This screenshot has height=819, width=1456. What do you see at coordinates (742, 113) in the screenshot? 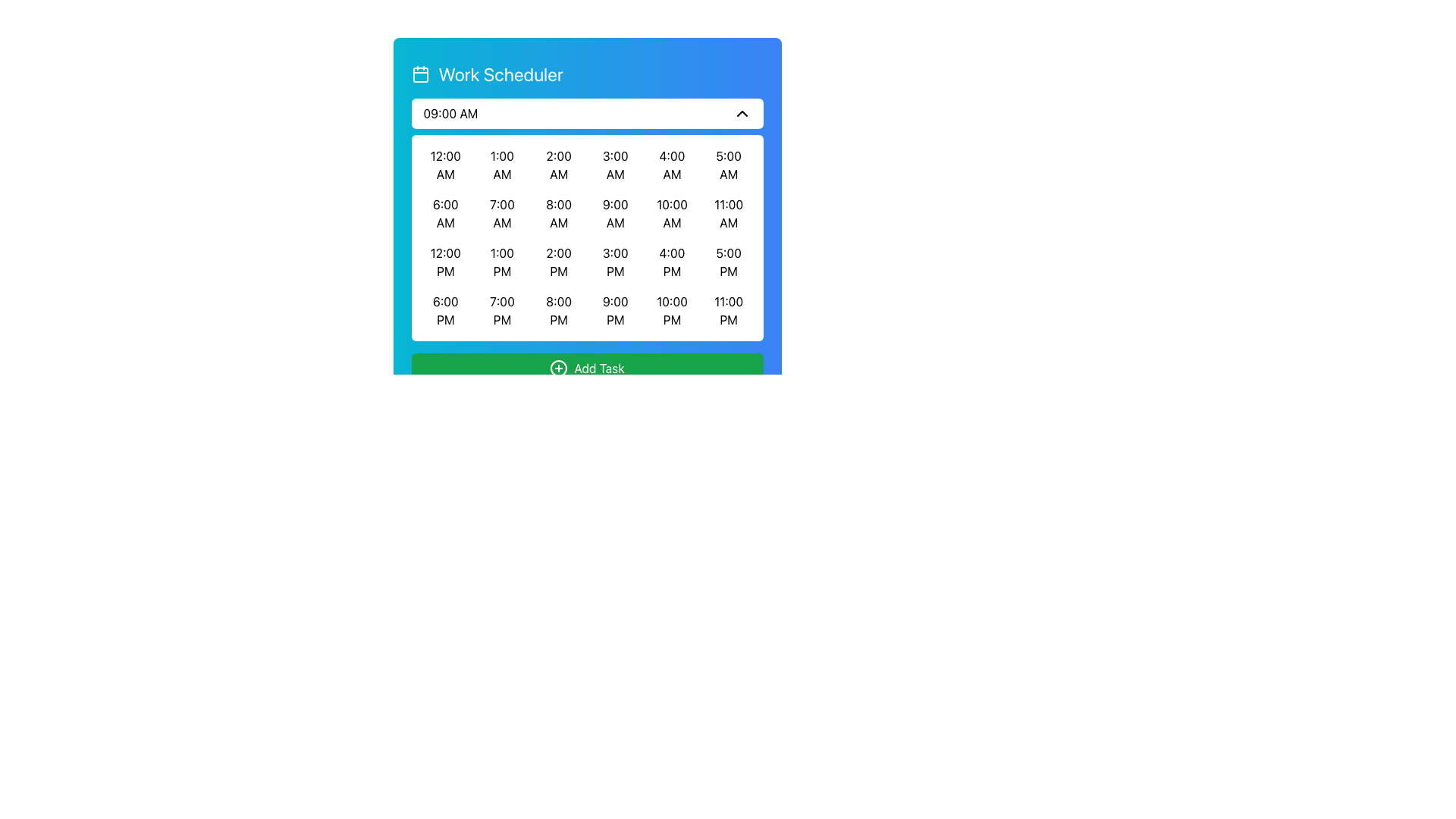
I see `the up-chevron icon` at bounding box center [742, 113].